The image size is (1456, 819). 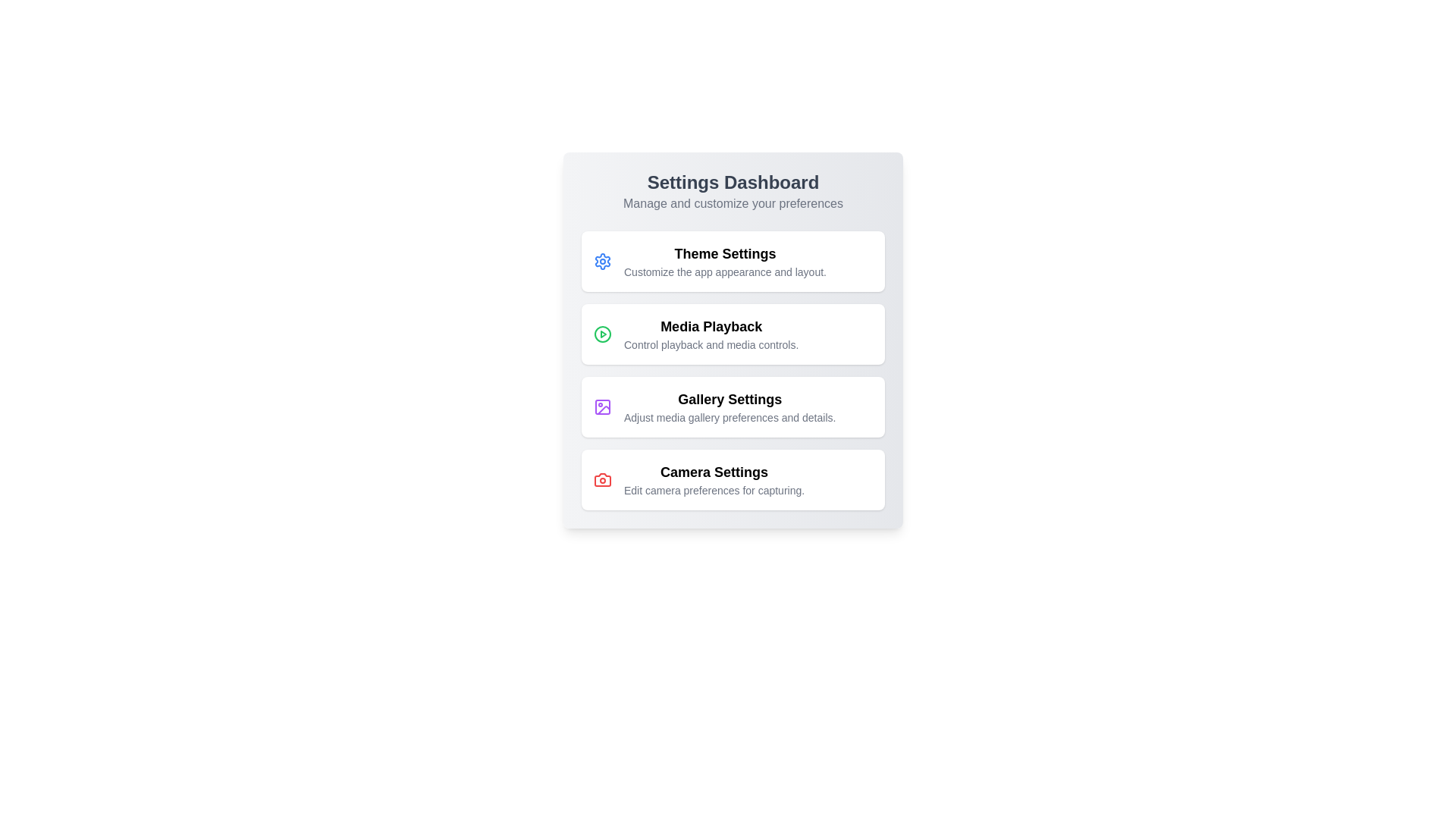 I want to click on text in the informative block that indicates the settings options related to the media gallery, located in the third segment of the Settings Dashboard between 'Media Playback' and 'Camera Settings', so click(x=730, y=406).